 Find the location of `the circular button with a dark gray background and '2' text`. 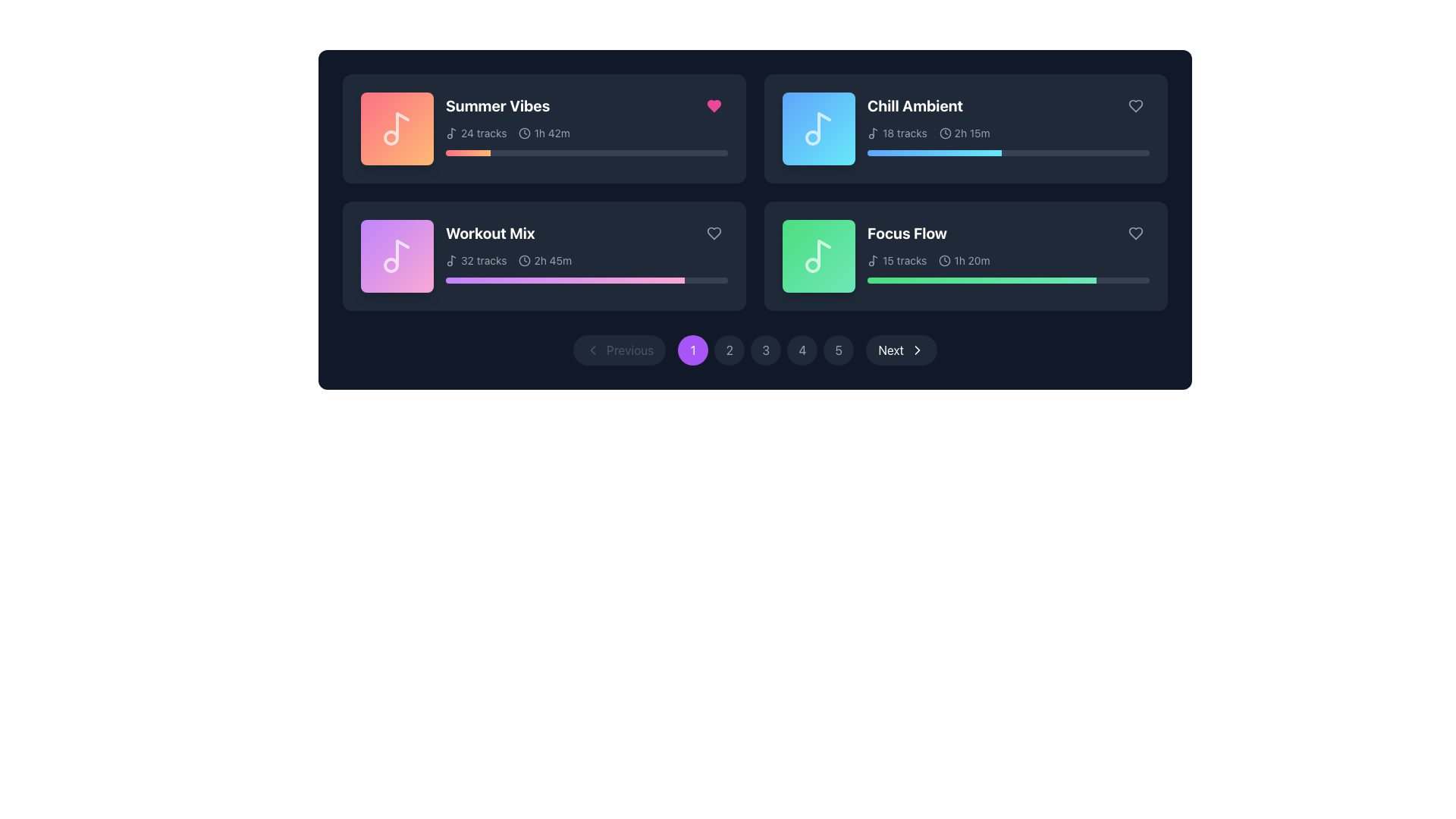

the circular button with a dark gray background and '2' text is located at coordinates (730, 350).